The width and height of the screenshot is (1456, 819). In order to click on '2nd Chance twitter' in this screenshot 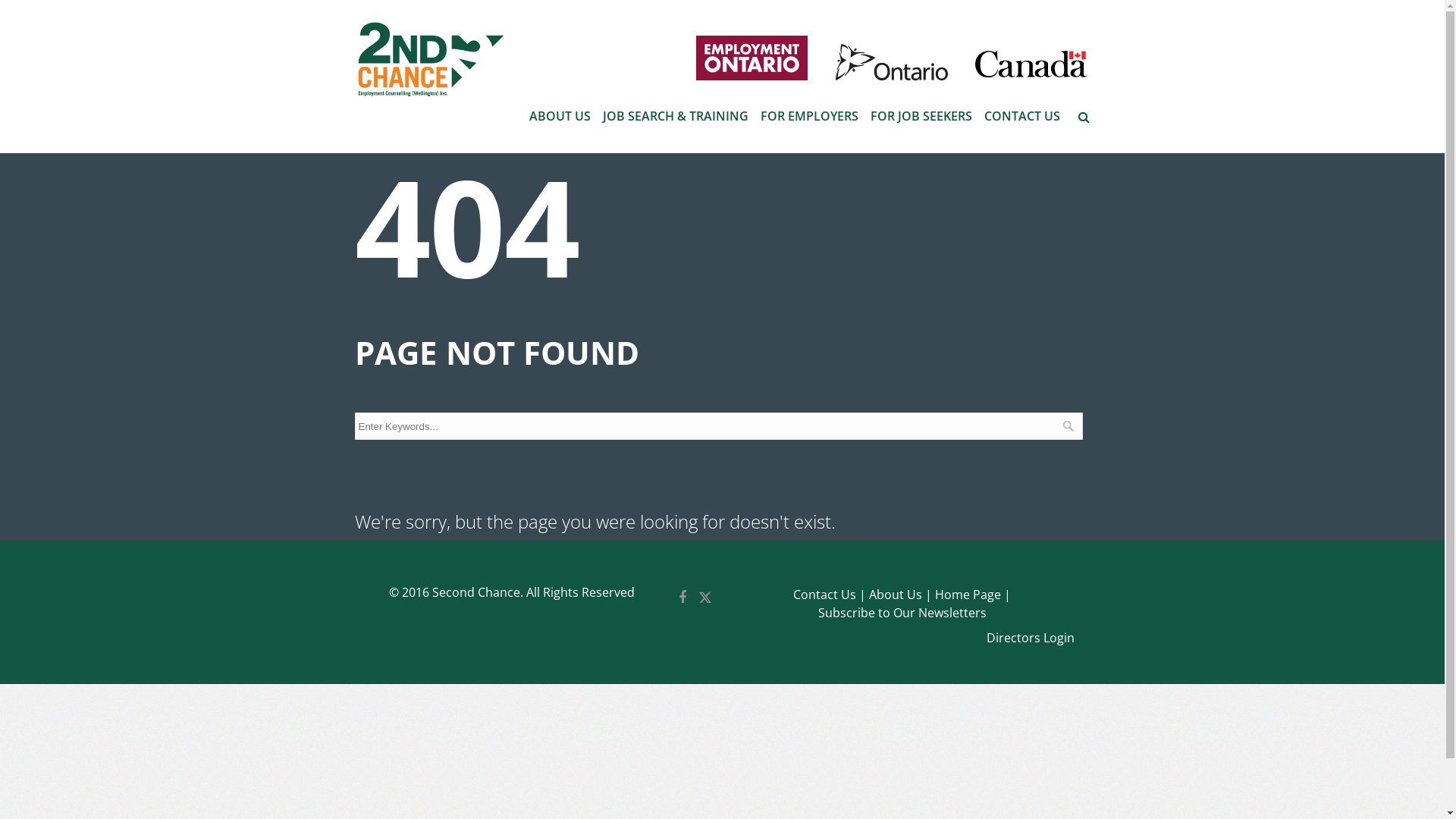, I will do `click(704, 598)`.